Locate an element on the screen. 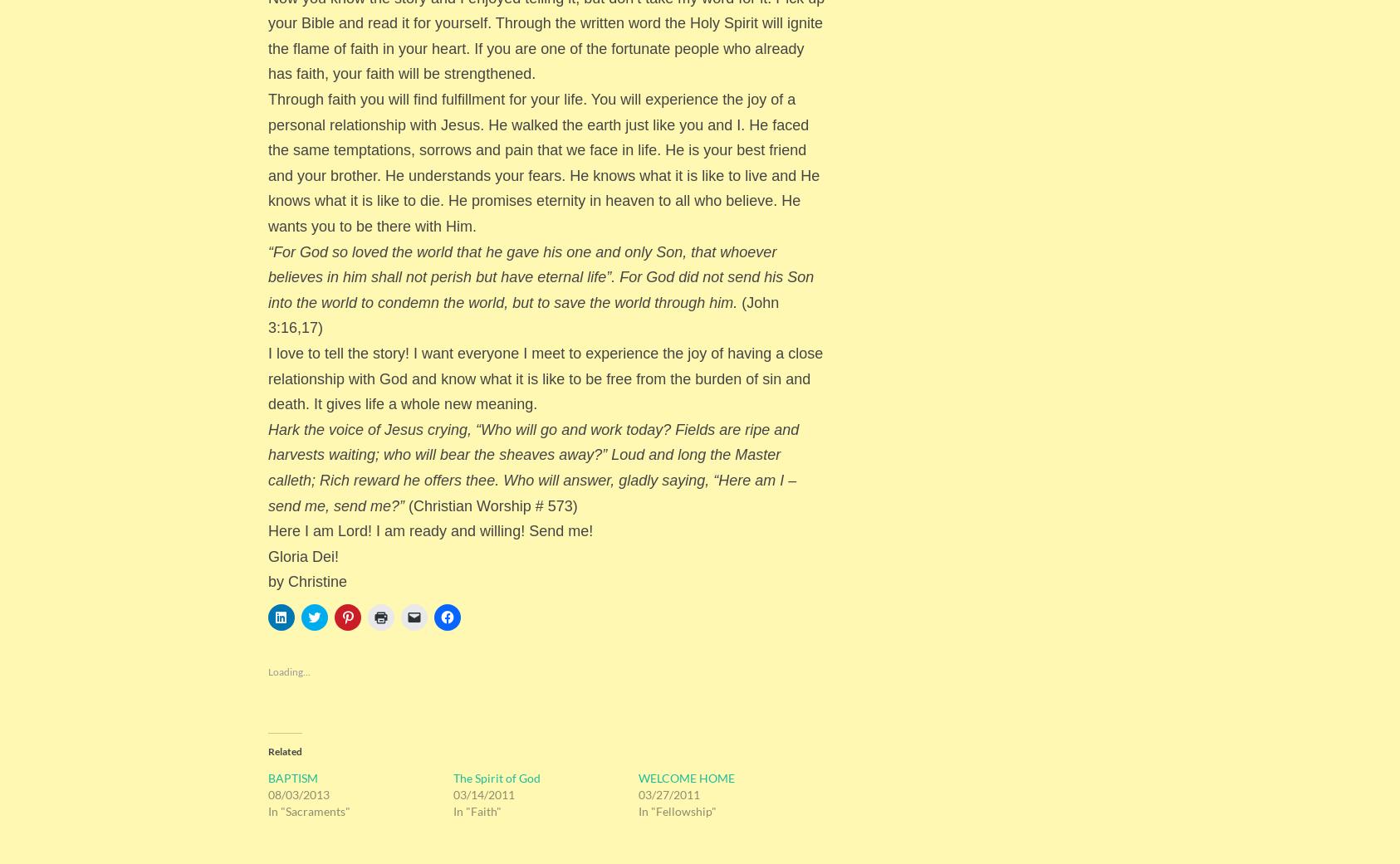 The height and width of the screenshot is (864, 1400). 'Here I am Lord! I am ready and willing! Send me!' is located at coordinates (267, 530).